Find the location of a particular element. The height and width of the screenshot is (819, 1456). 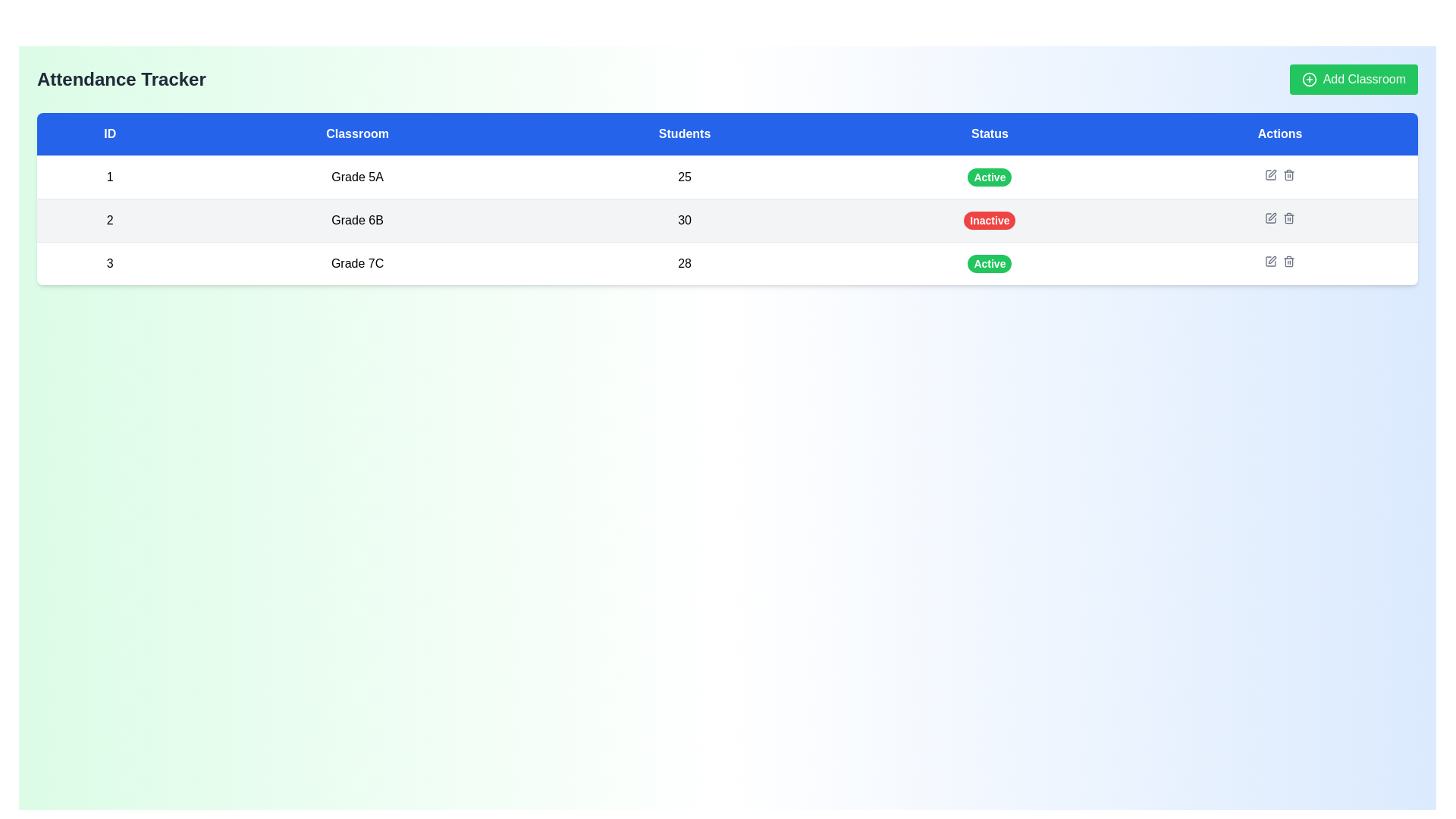

the static text displaying the number of students in the classroom located in the third row of the table under the 'Students' column is located at coordinates (684, 262).